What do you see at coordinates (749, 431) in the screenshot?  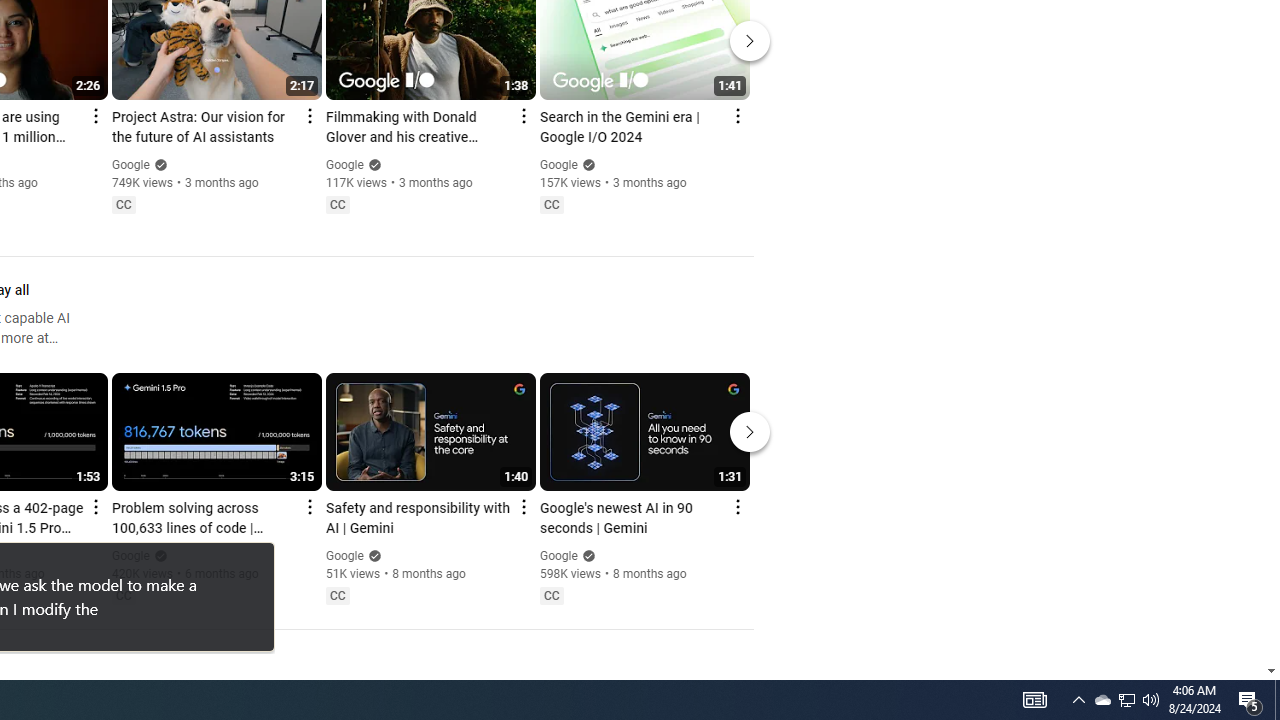 I see `'Next'` at bounding box center [749, 431].